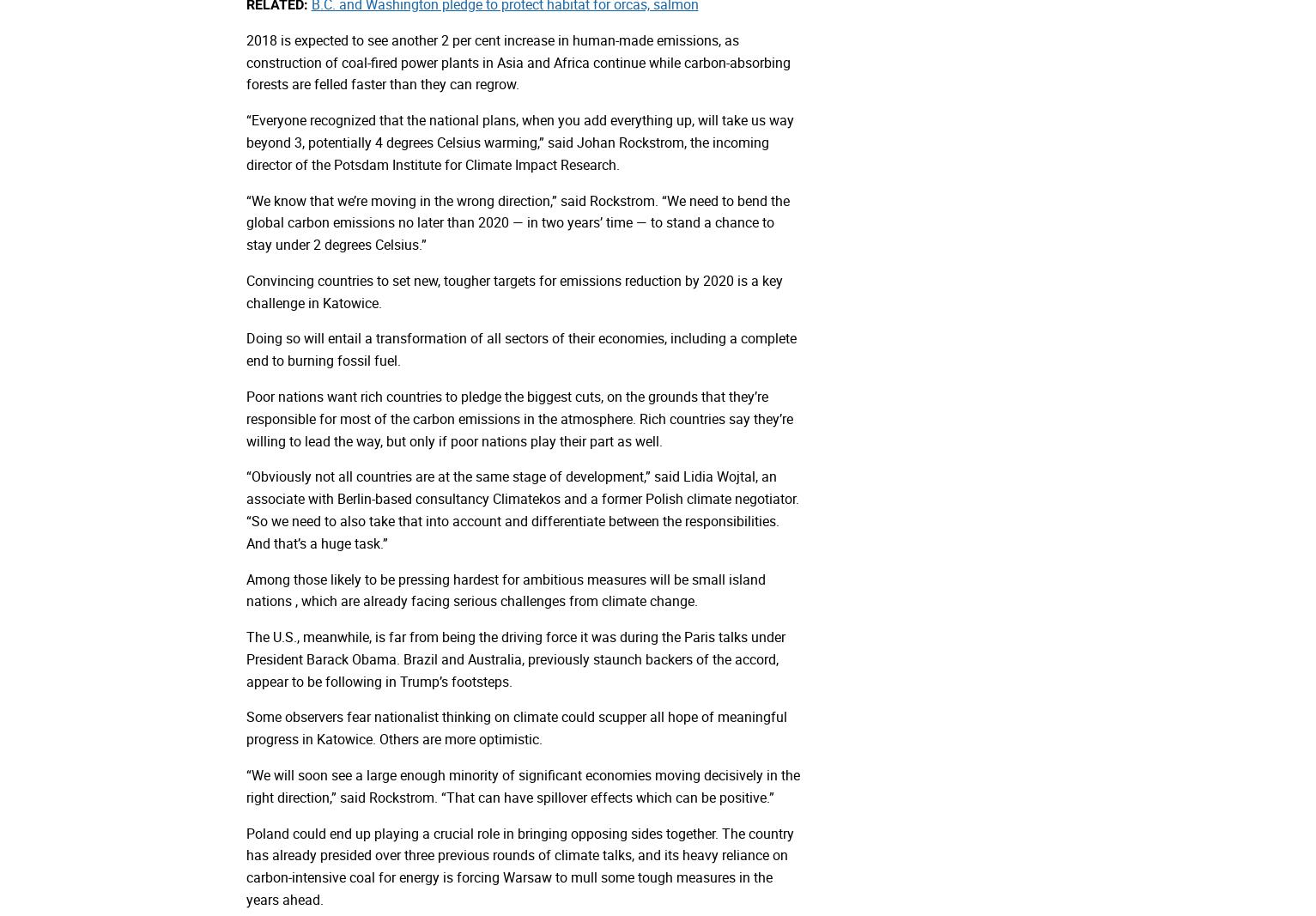 This screenshot has width=1316, height=916. Describe the element at coordinates (519, 865) in the screenshot. I see `'Poland could end up playing a crucial role in bringing opposing sides together. The country has already presided over three previous rounds of climate talks, and its heavy reliance on carbon-intensive coal for energy is forcing Warsaw to mull some tough measures in the years ahead.'` at that location.